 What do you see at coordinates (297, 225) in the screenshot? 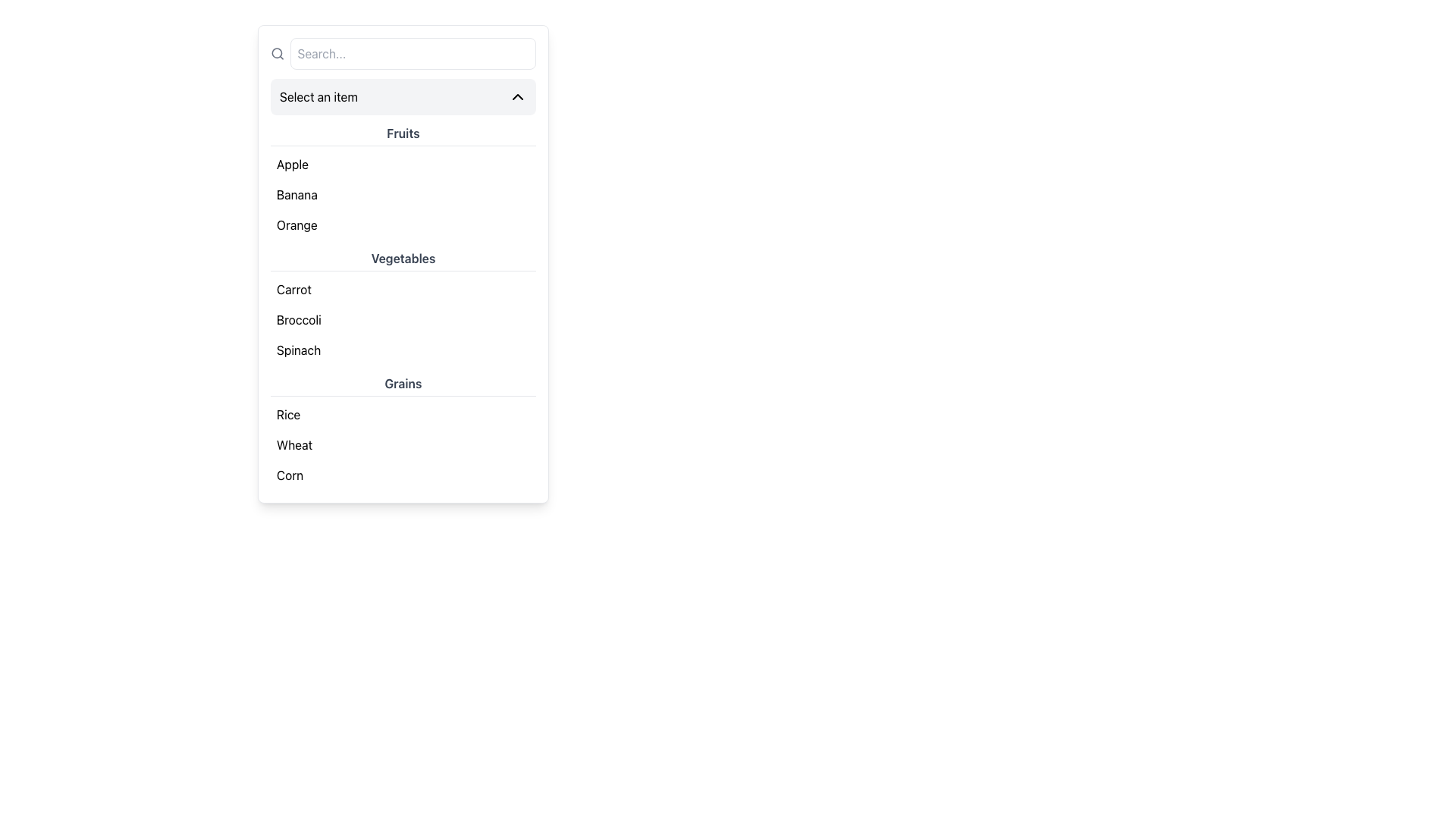
I see `the 'Orange' menu item, which is the third item under the 'Fruits' category in the dropdown menu` at bounding box center [297, 225].